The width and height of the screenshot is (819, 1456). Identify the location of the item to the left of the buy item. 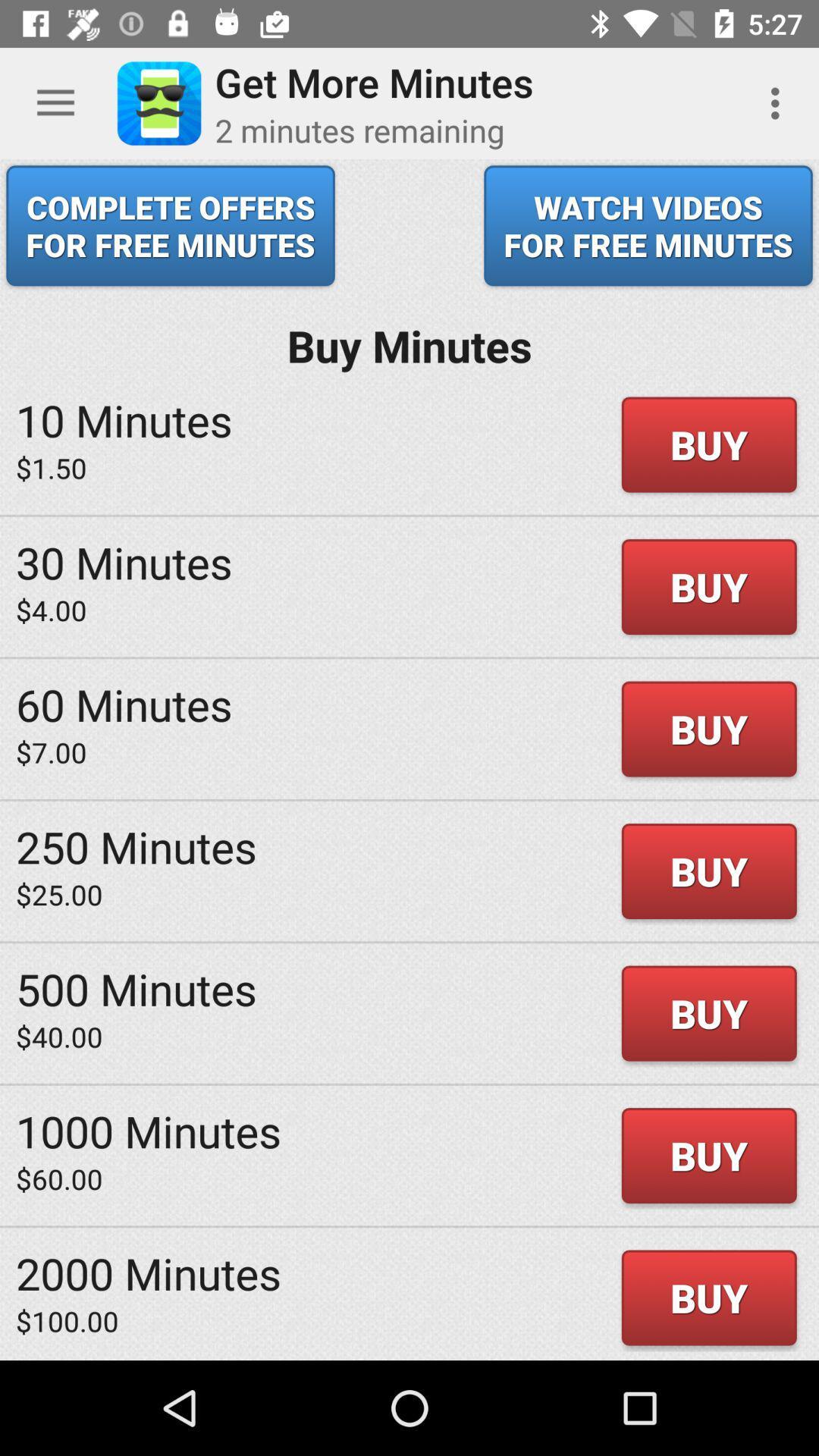
(136, 988).